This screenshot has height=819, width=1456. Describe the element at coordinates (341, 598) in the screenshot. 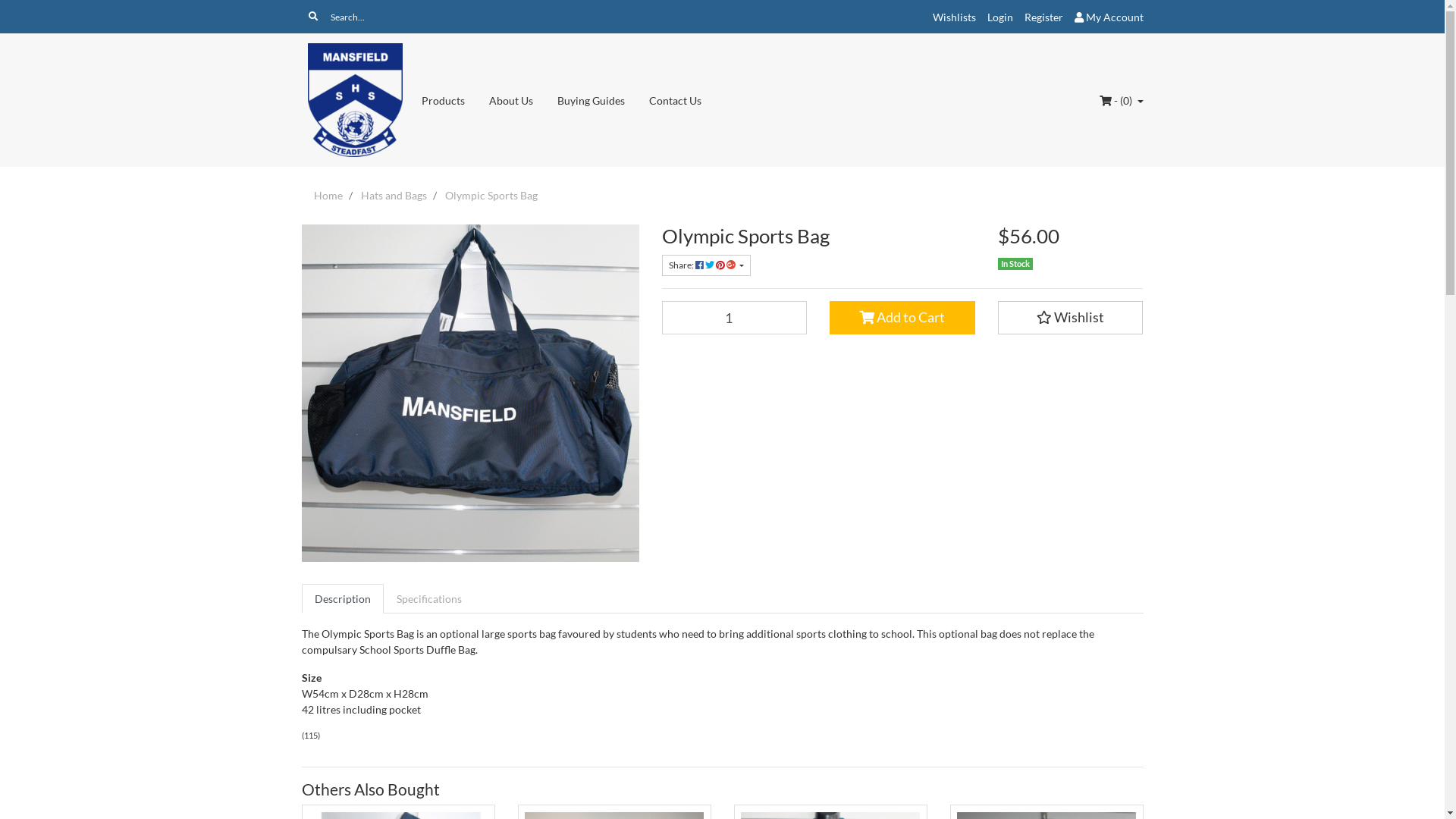

I see `'Description'` at that location.